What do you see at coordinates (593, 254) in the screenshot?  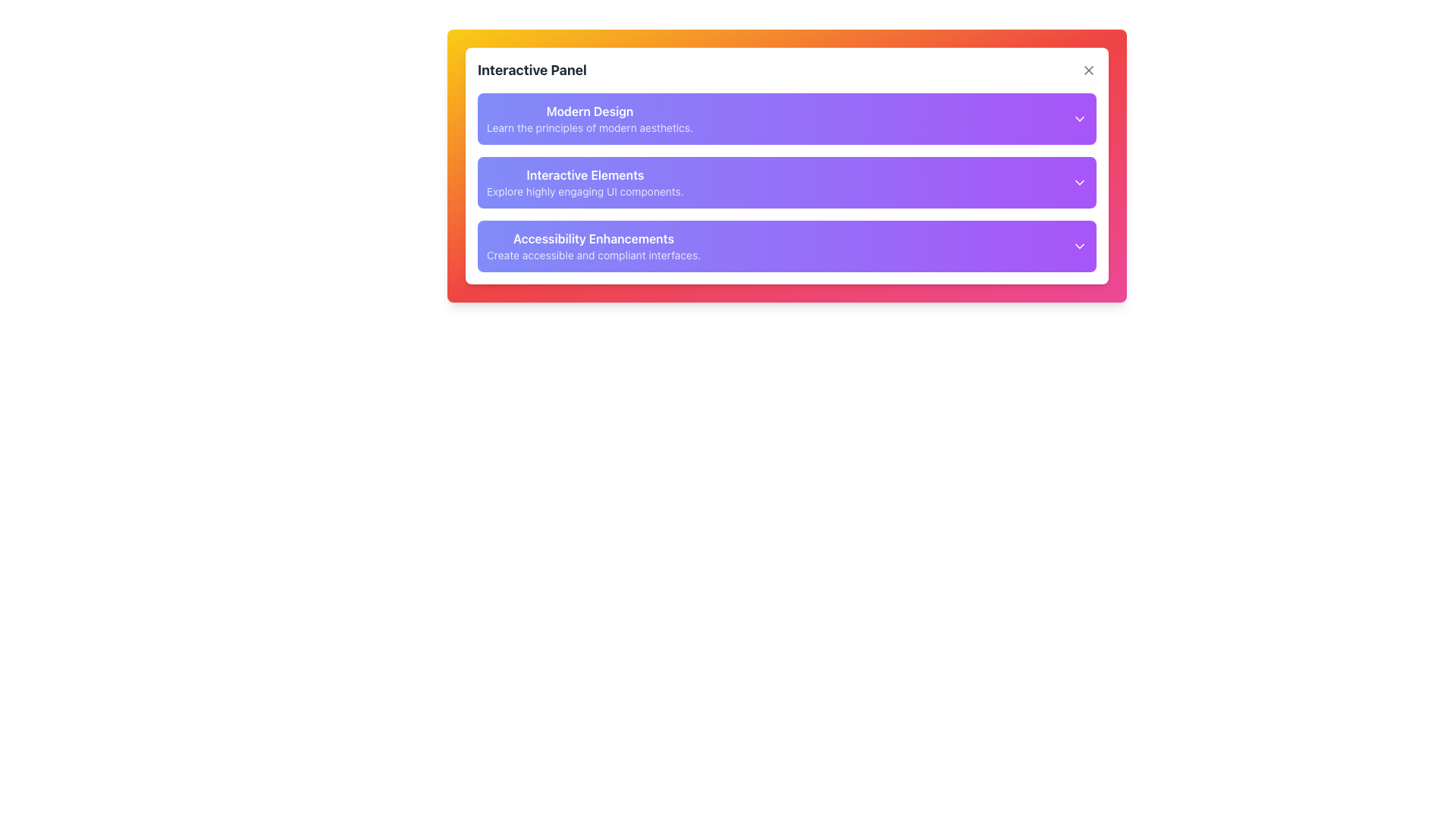 I see `the text label displaying 'Create accessible and compliant interfaces.' which is positioned under the title 'Accessibility Enhancements' on a purple background` at bounding box center [593, 254].